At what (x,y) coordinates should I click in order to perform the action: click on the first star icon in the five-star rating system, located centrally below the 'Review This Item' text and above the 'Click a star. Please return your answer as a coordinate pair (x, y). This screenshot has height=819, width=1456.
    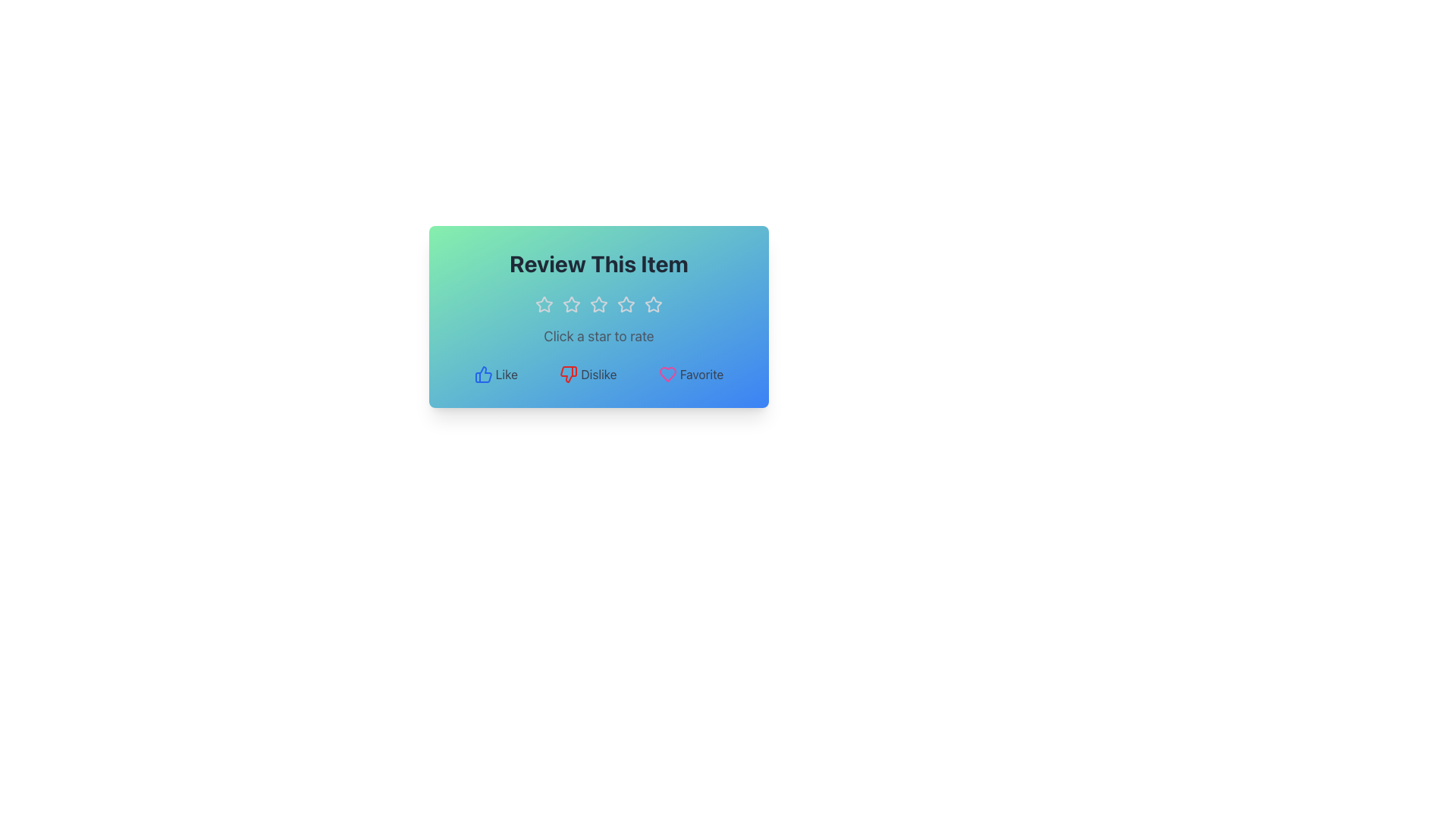
    Looking at the image, I should click on (544, 304).